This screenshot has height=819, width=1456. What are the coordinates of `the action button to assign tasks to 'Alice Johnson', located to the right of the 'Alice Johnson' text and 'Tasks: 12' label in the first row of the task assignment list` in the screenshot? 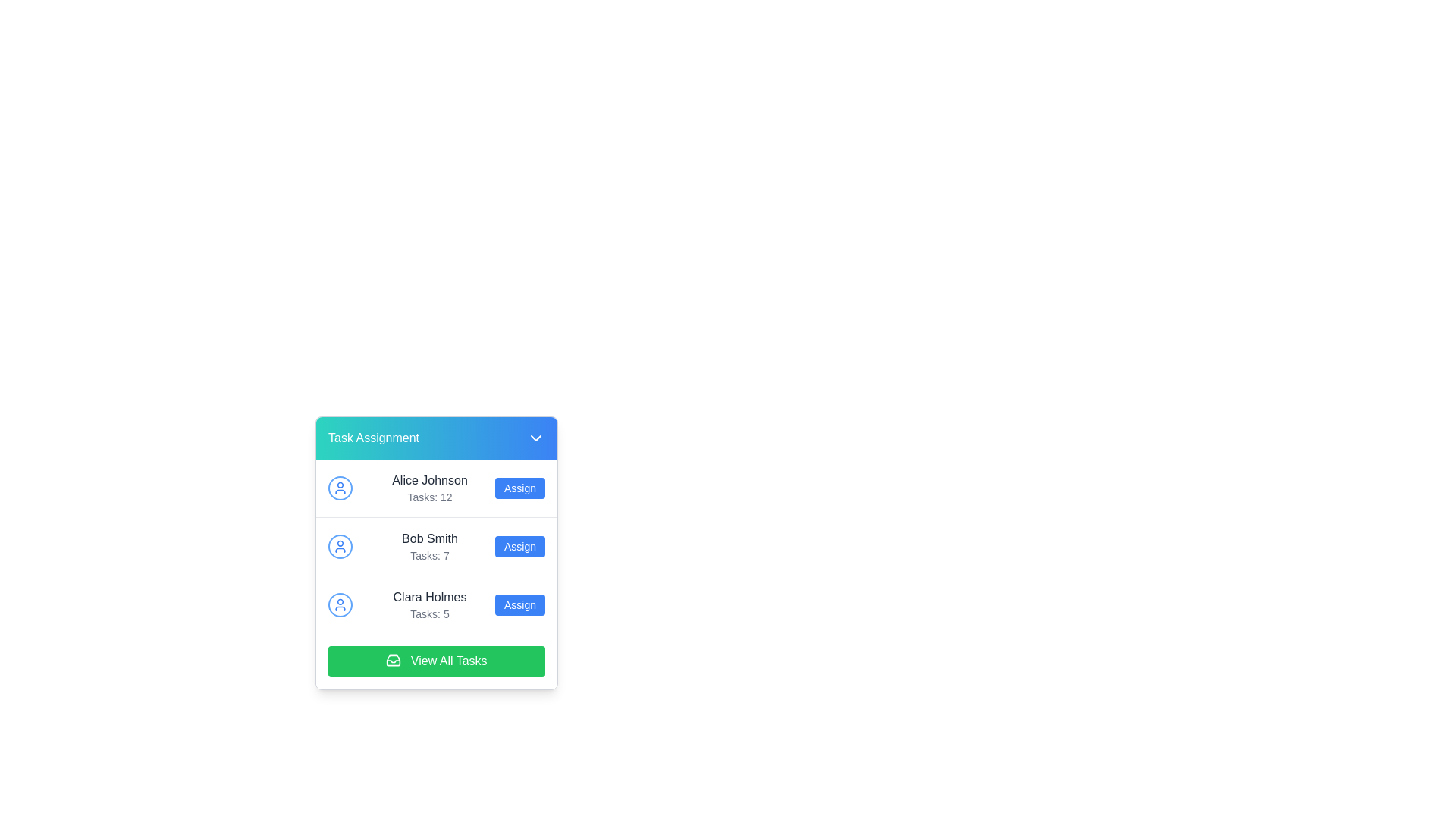 It's located at (520, 488).